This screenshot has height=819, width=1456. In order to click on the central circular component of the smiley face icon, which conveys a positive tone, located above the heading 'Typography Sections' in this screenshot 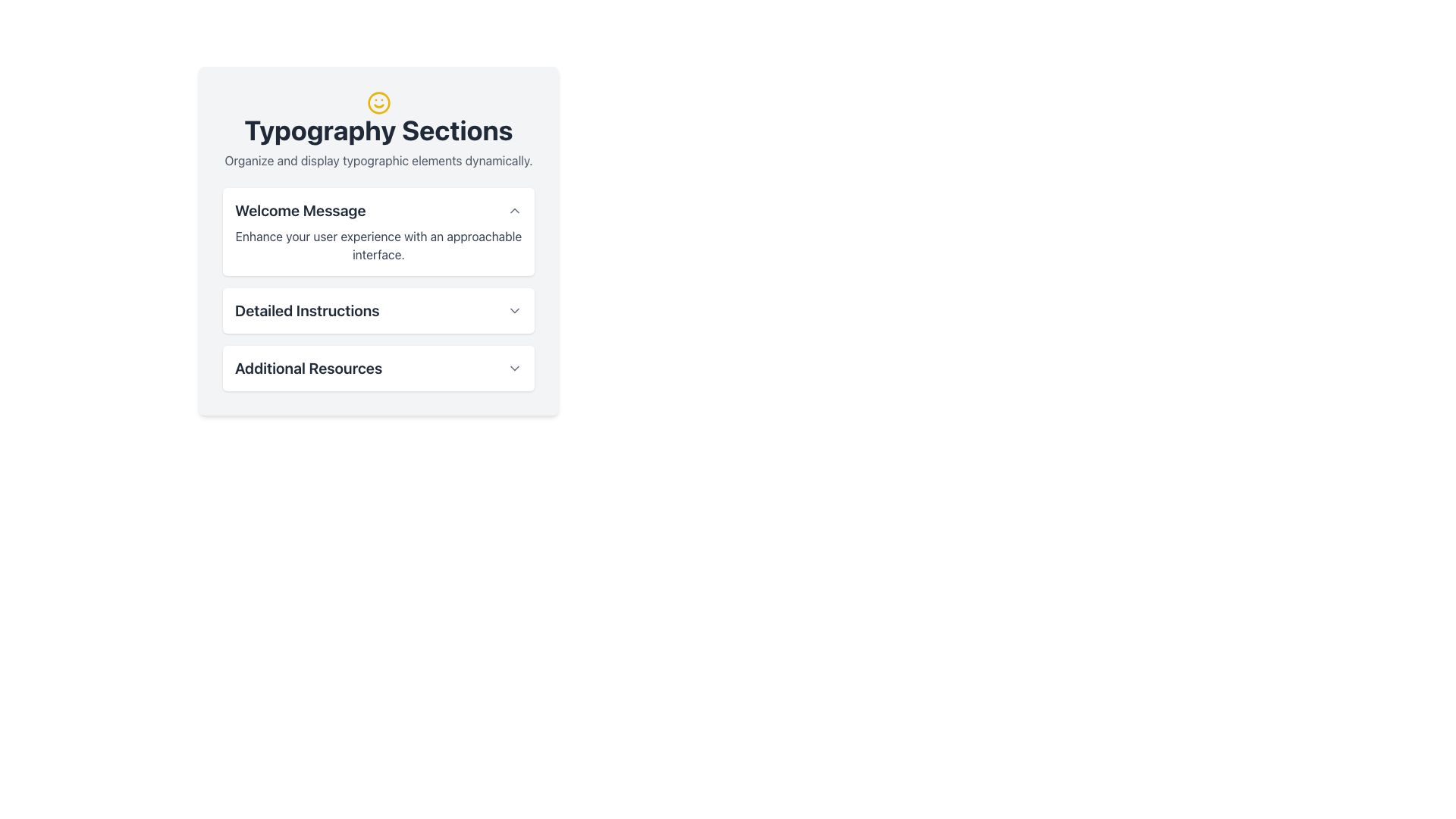, I will do `click(378, 102)`.